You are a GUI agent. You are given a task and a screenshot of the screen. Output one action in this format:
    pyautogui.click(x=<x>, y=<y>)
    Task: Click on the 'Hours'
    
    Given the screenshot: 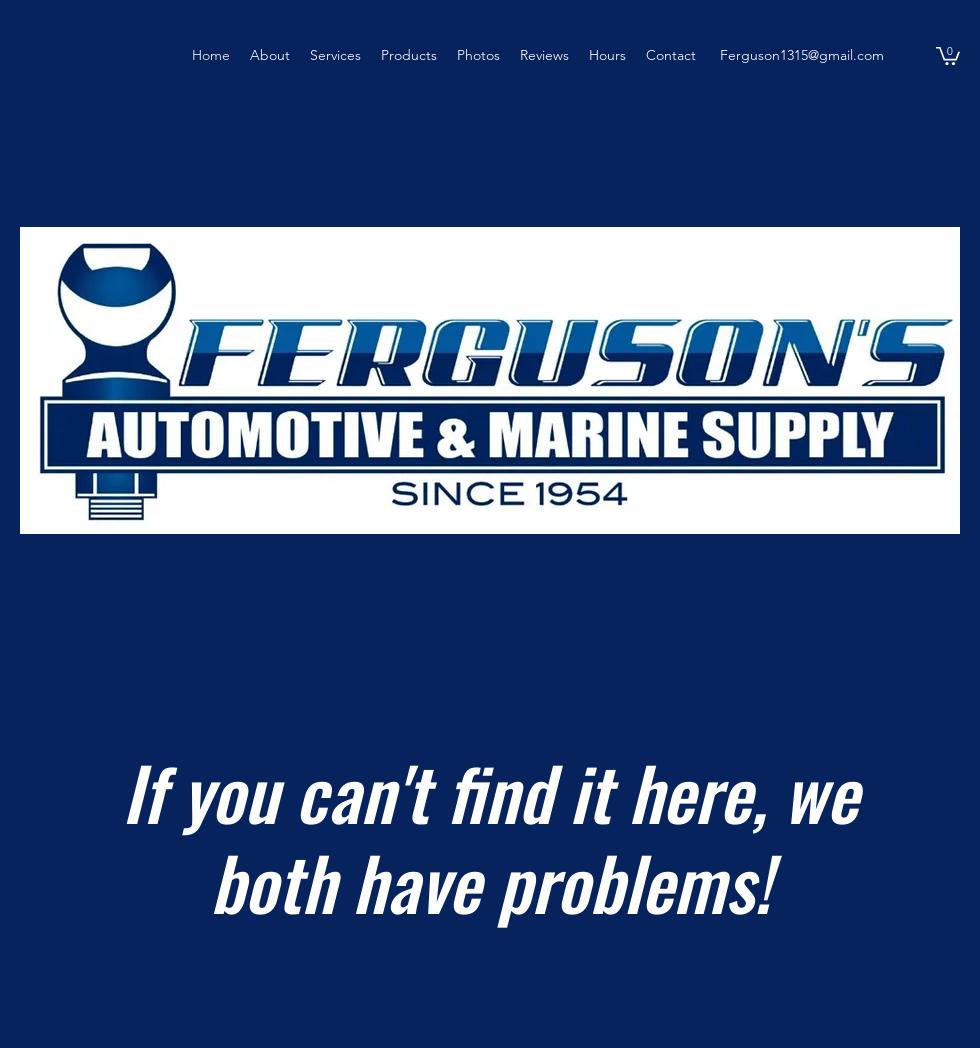 What is the action you would take?
    pyautogui.click(x=607, y=55)
    